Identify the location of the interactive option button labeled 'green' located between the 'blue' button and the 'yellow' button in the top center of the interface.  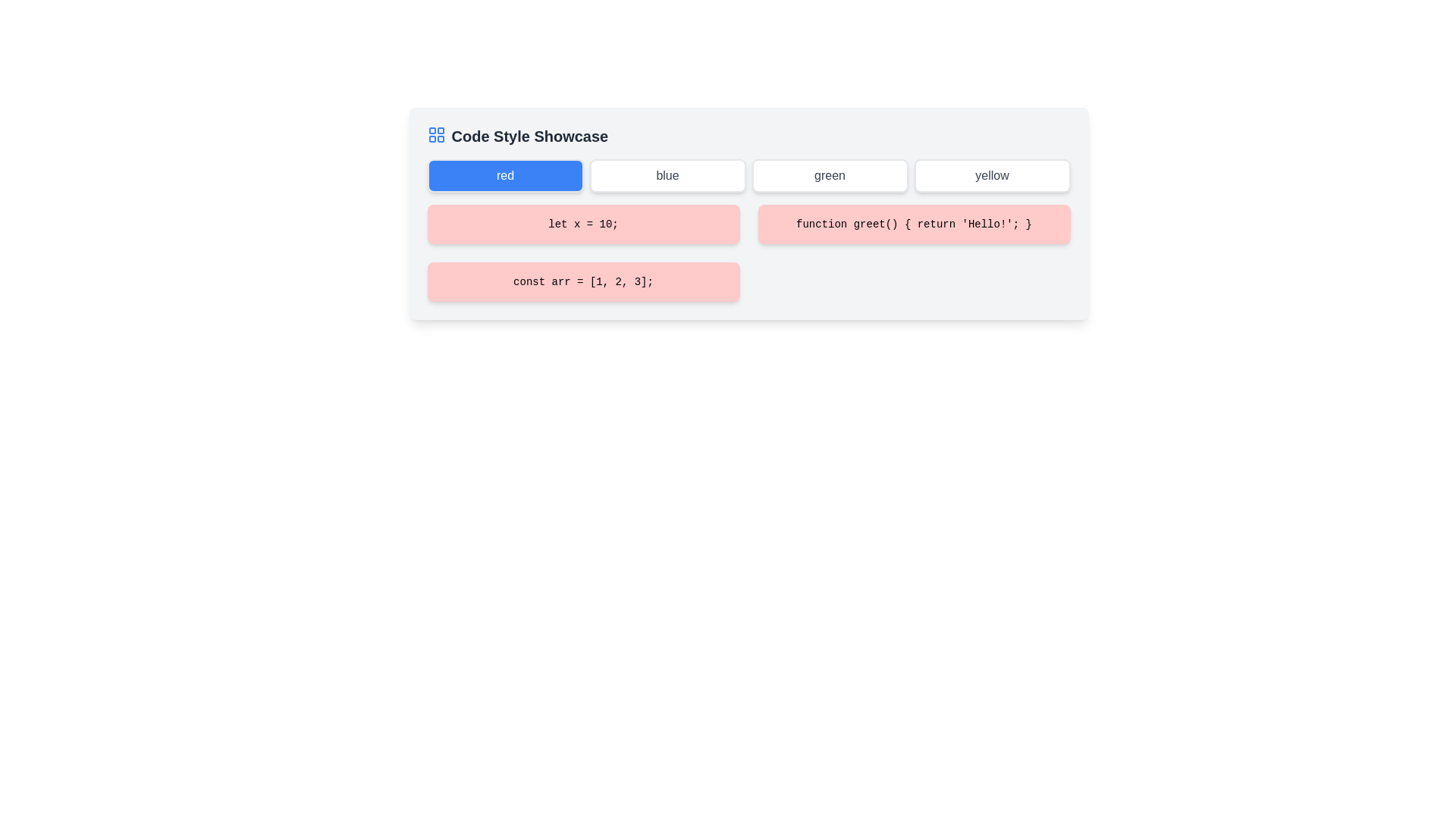
(829, 174).